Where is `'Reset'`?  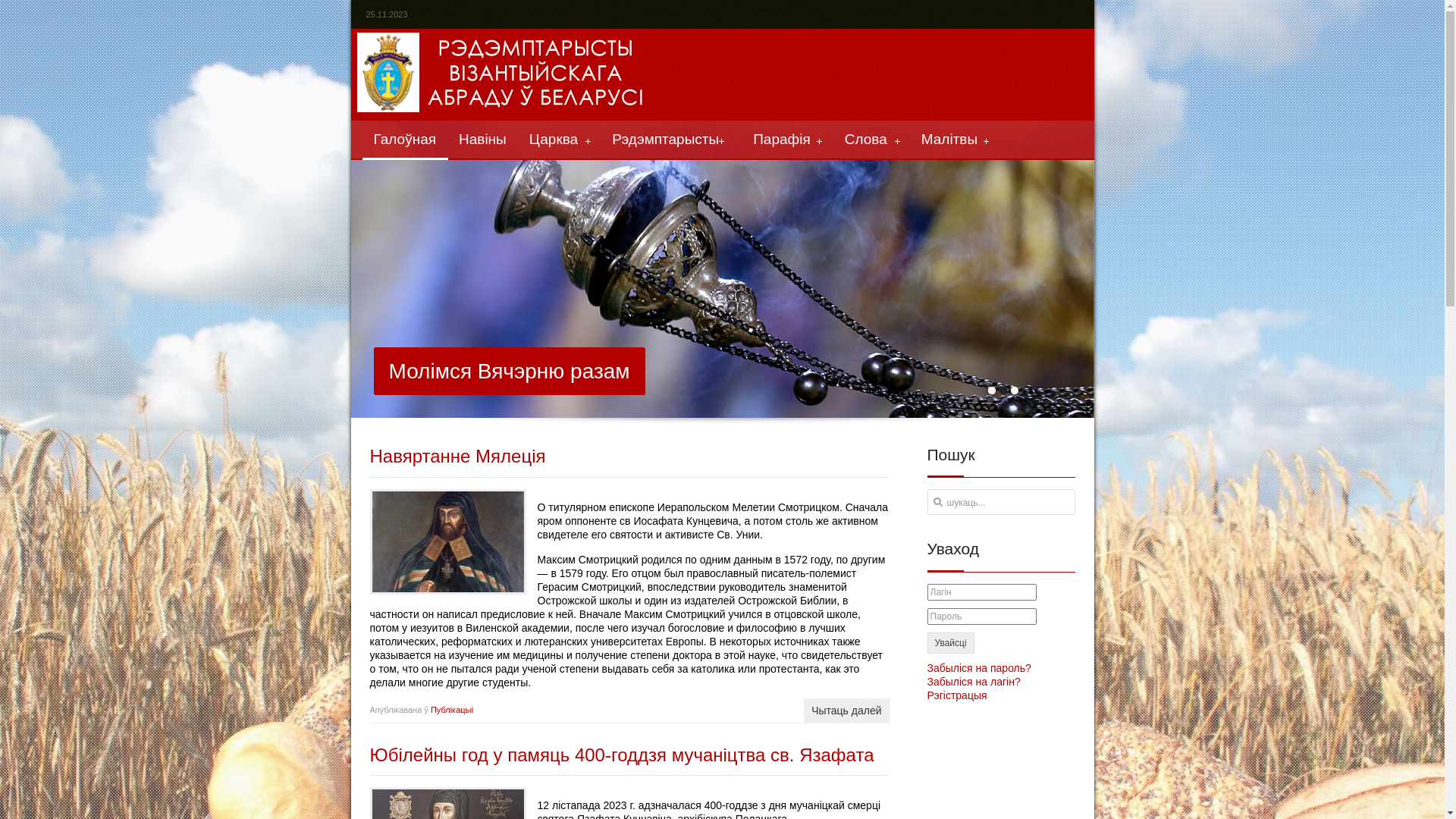 'Reset' is located at coordinates (3, 2).